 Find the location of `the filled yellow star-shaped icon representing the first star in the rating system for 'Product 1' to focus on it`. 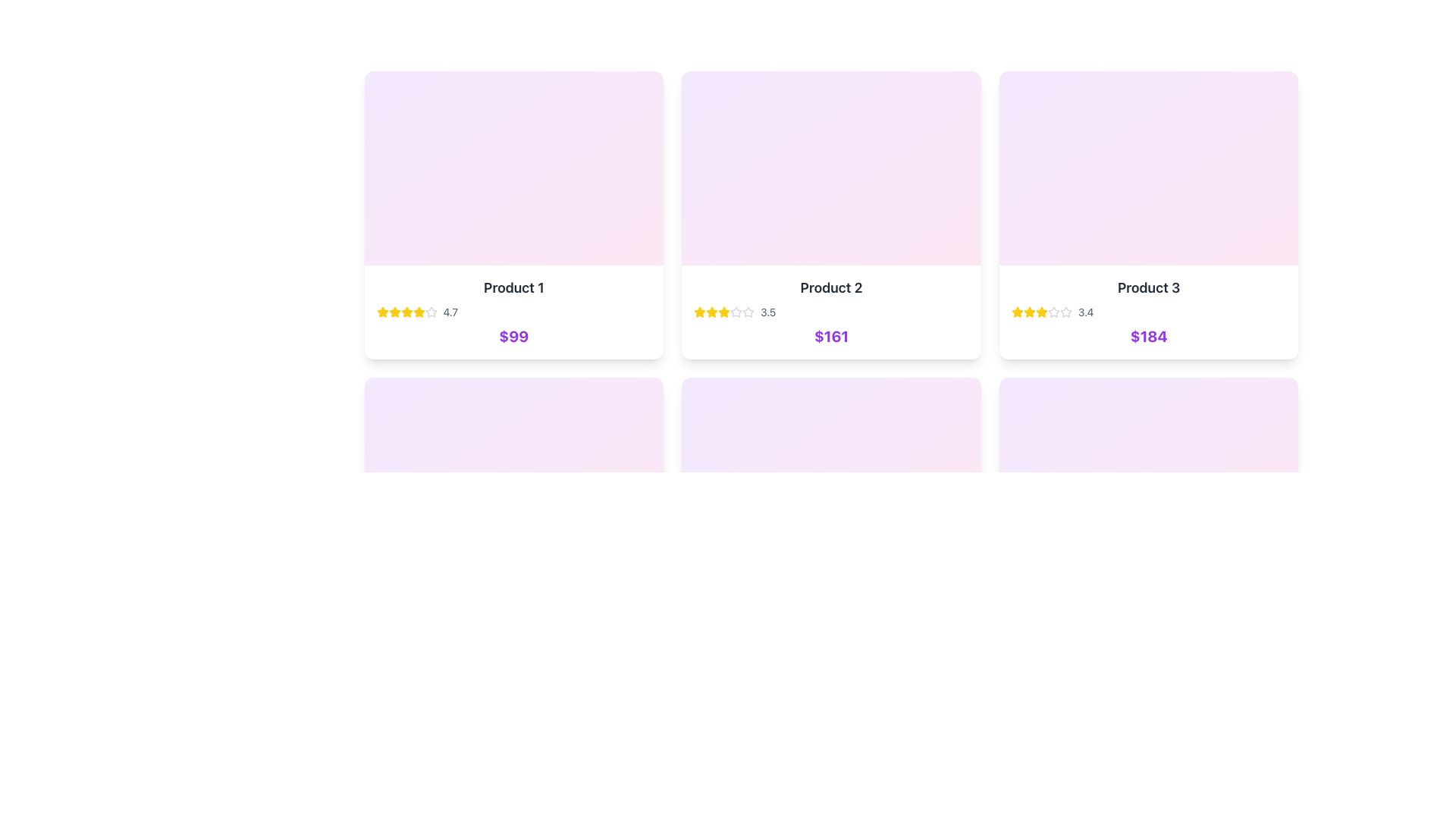

the filled yellow star-shaped icon representing the first star in the rating system for 'Product 1' to focus on it is located at coordinates (394, 311).